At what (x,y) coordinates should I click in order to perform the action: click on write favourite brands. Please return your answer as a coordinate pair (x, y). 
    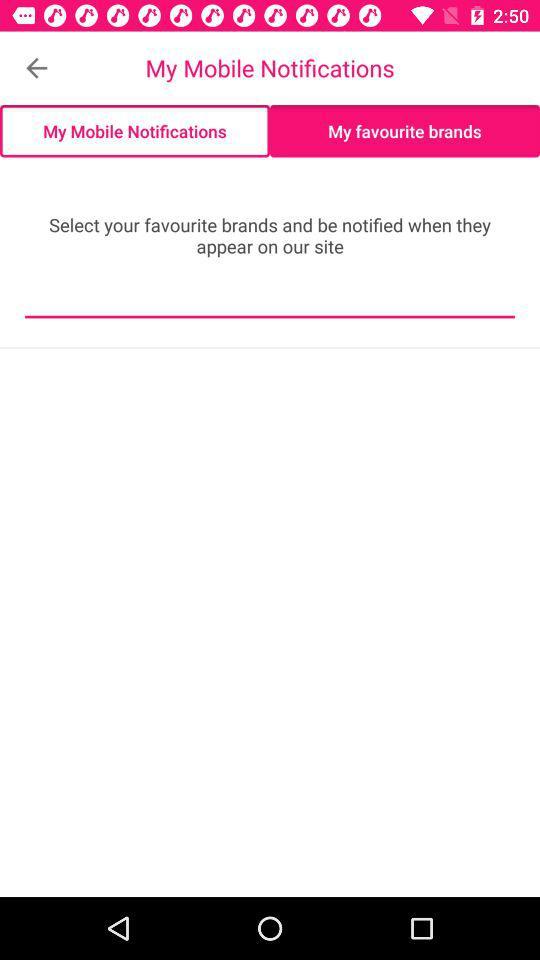
    Looking at the image, I should click on (270, 302).